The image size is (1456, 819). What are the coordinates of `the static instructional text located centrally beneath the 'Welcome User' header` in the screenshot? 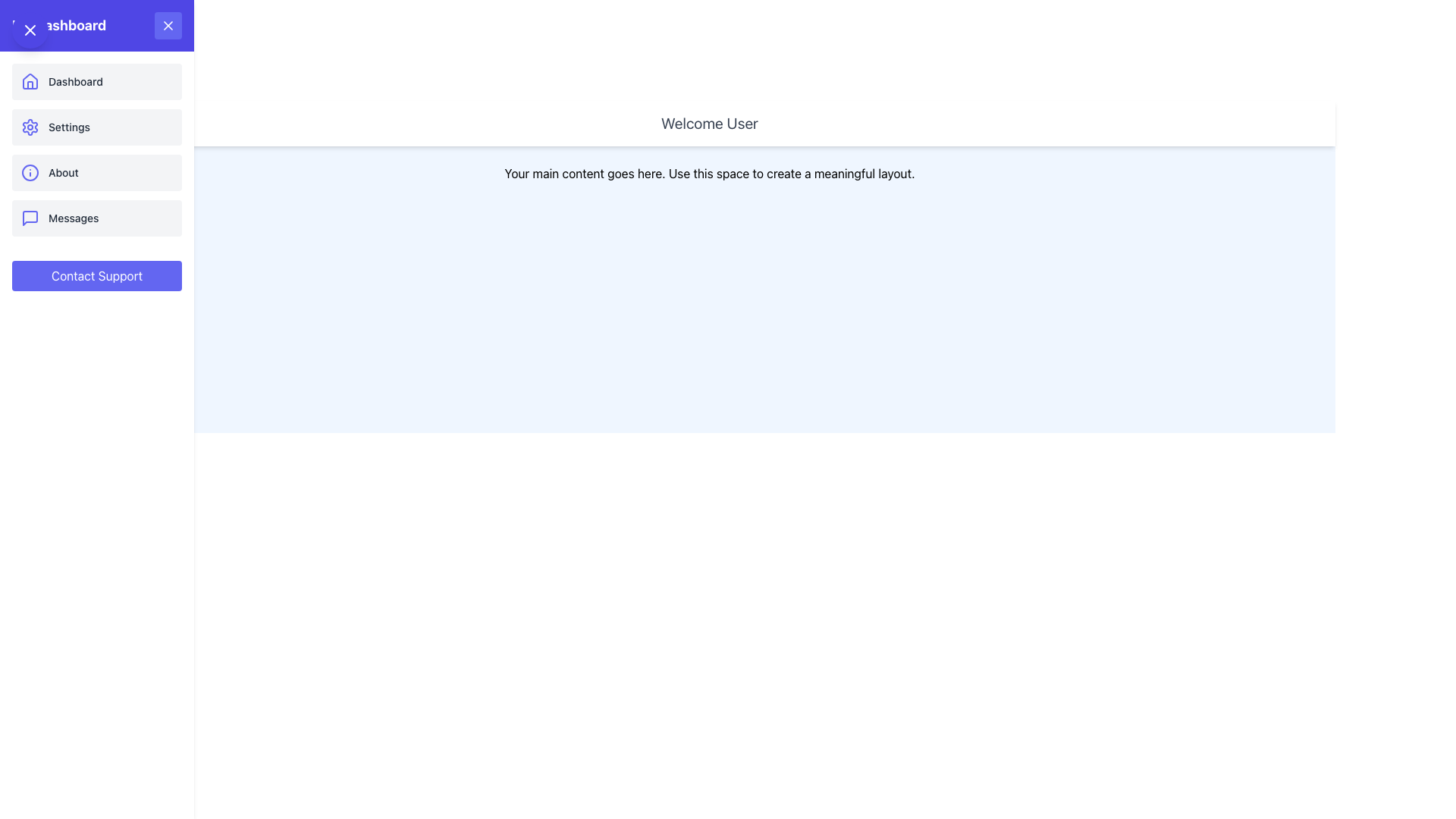 It's located at (709, 172).